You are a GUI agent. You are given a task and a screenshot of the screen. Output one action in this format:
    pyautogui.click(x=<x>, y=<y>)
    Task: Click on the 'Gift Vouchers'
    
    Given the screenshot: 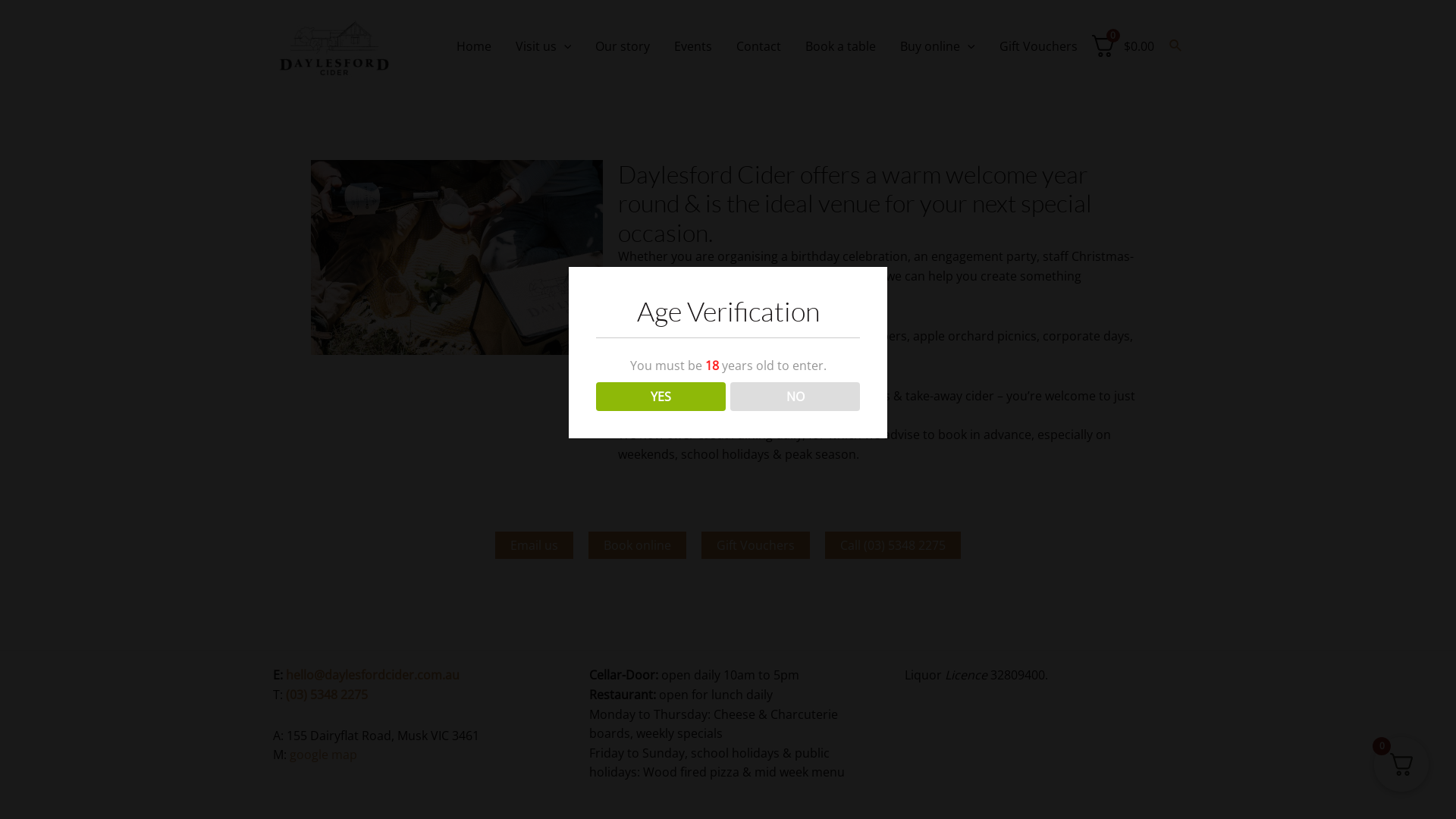 What is the action you would take?
    pyautogui.click(x=755, y=544)
    